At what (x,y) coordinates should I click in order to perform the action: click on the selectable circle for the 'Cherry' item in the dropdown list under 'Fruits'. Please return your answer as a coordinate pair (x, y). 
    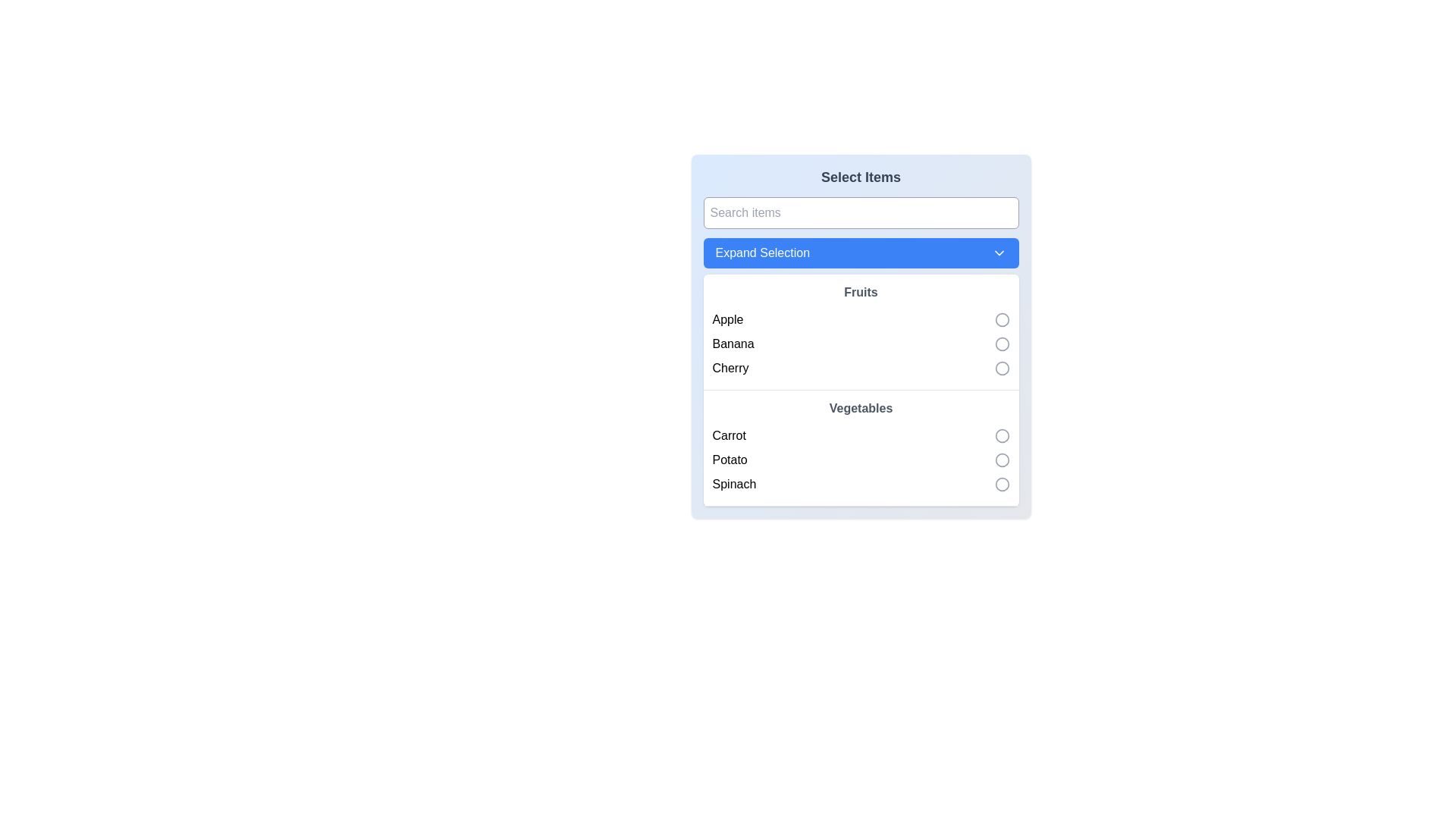
    Looking at the image, I should click on (861, 369).